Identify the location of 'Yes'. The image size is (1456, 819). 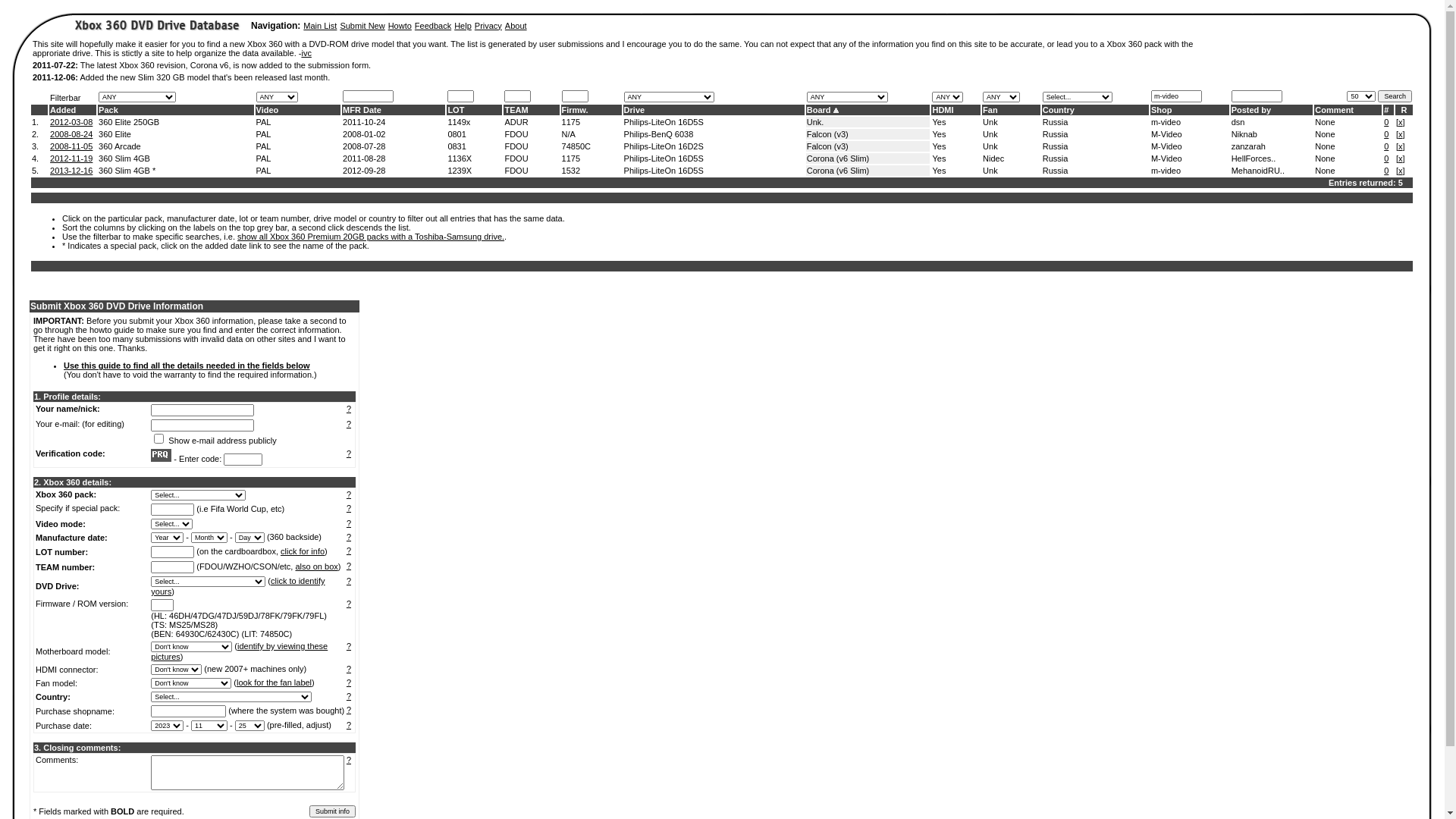
(930, 170).